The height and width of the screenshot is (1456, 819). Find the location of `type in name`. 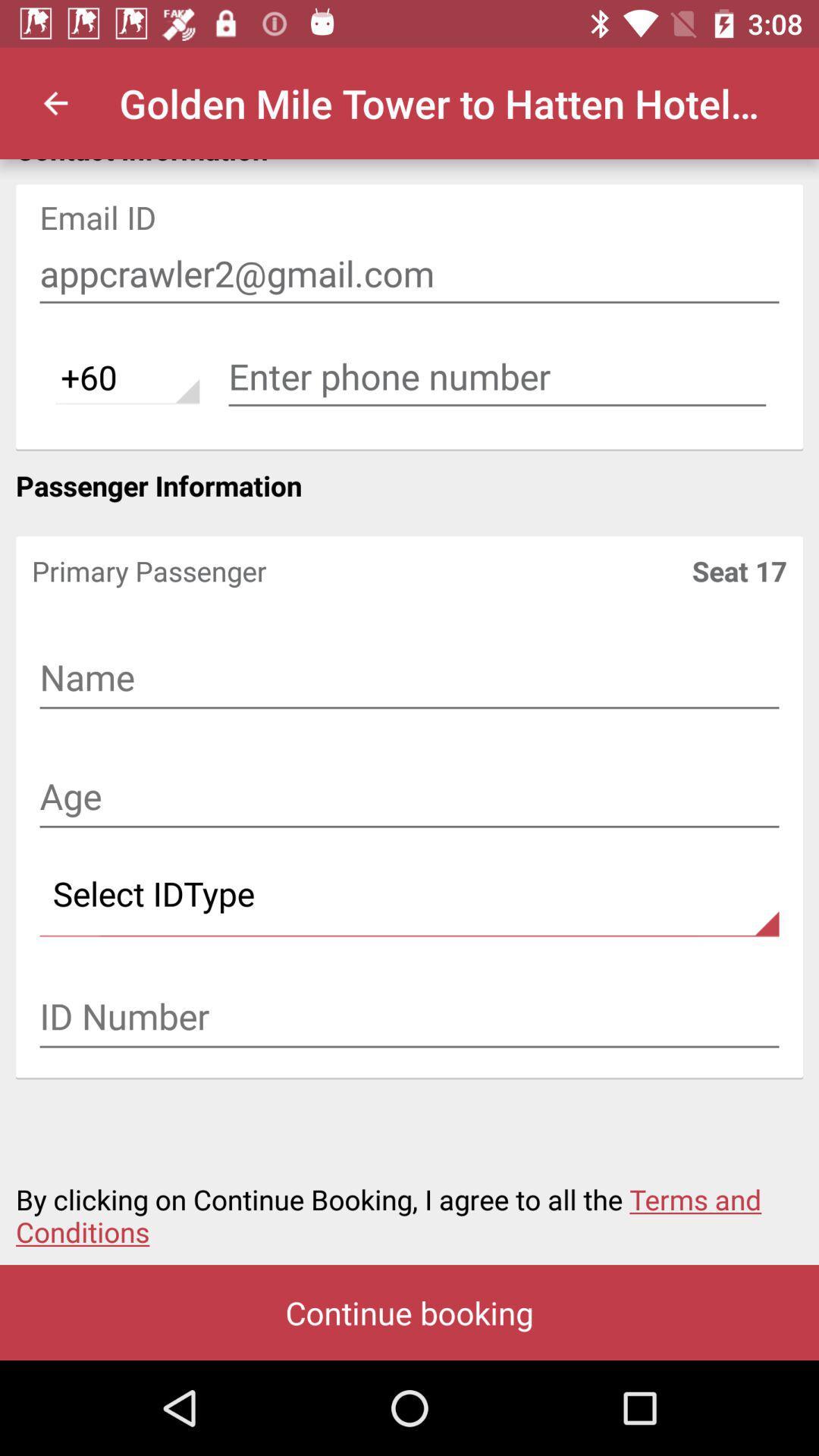

type in name is located at coordinates (409, 679).